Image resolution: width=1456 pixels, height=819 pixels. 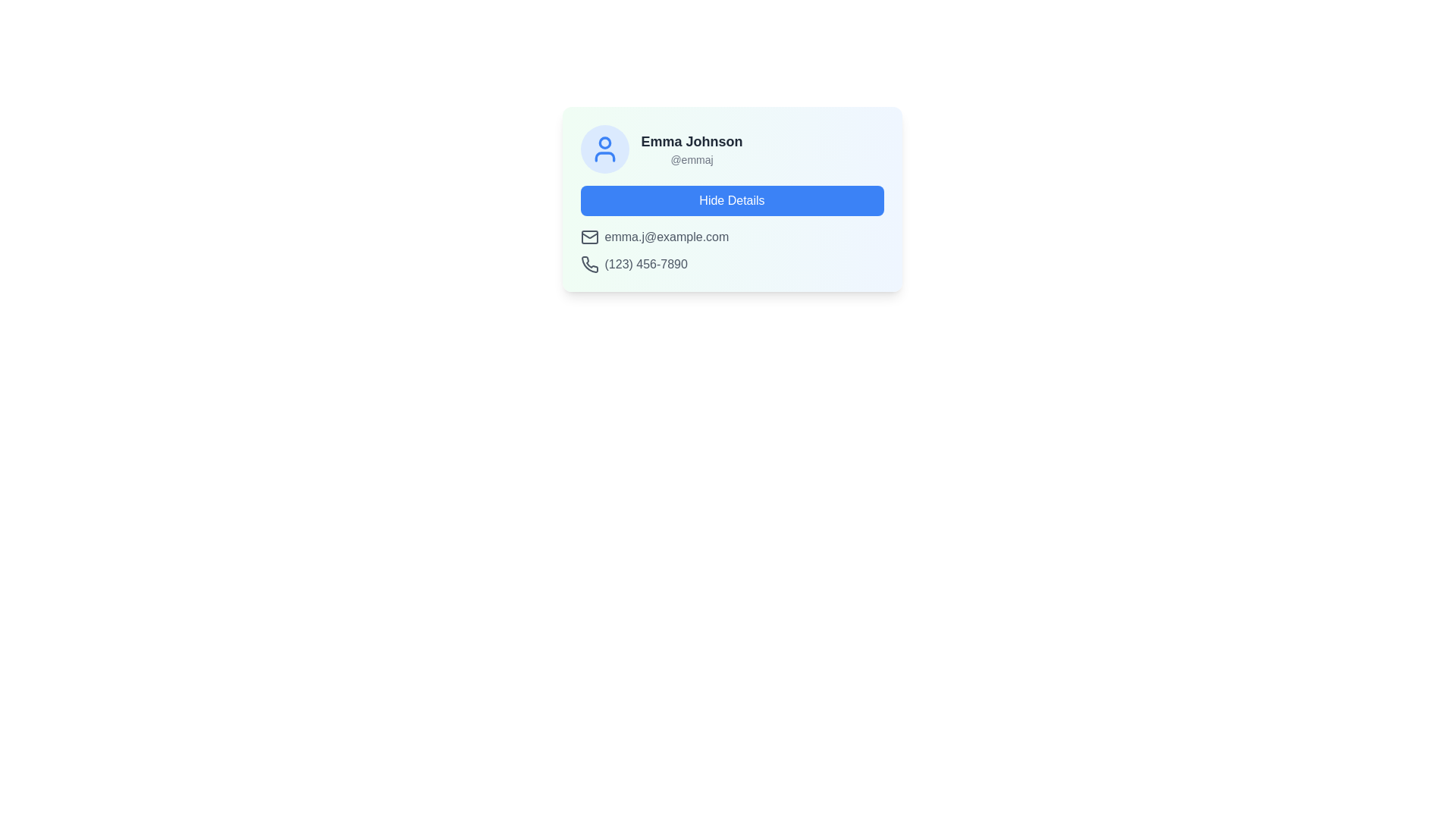 What do you see at coordinates (604, 149) in the screenshot?
I see `the circular blue icon representing the user profile of 'Emma Johnson', located to the left of the name and username '@emmaj'` at bounding box center [604, 149].